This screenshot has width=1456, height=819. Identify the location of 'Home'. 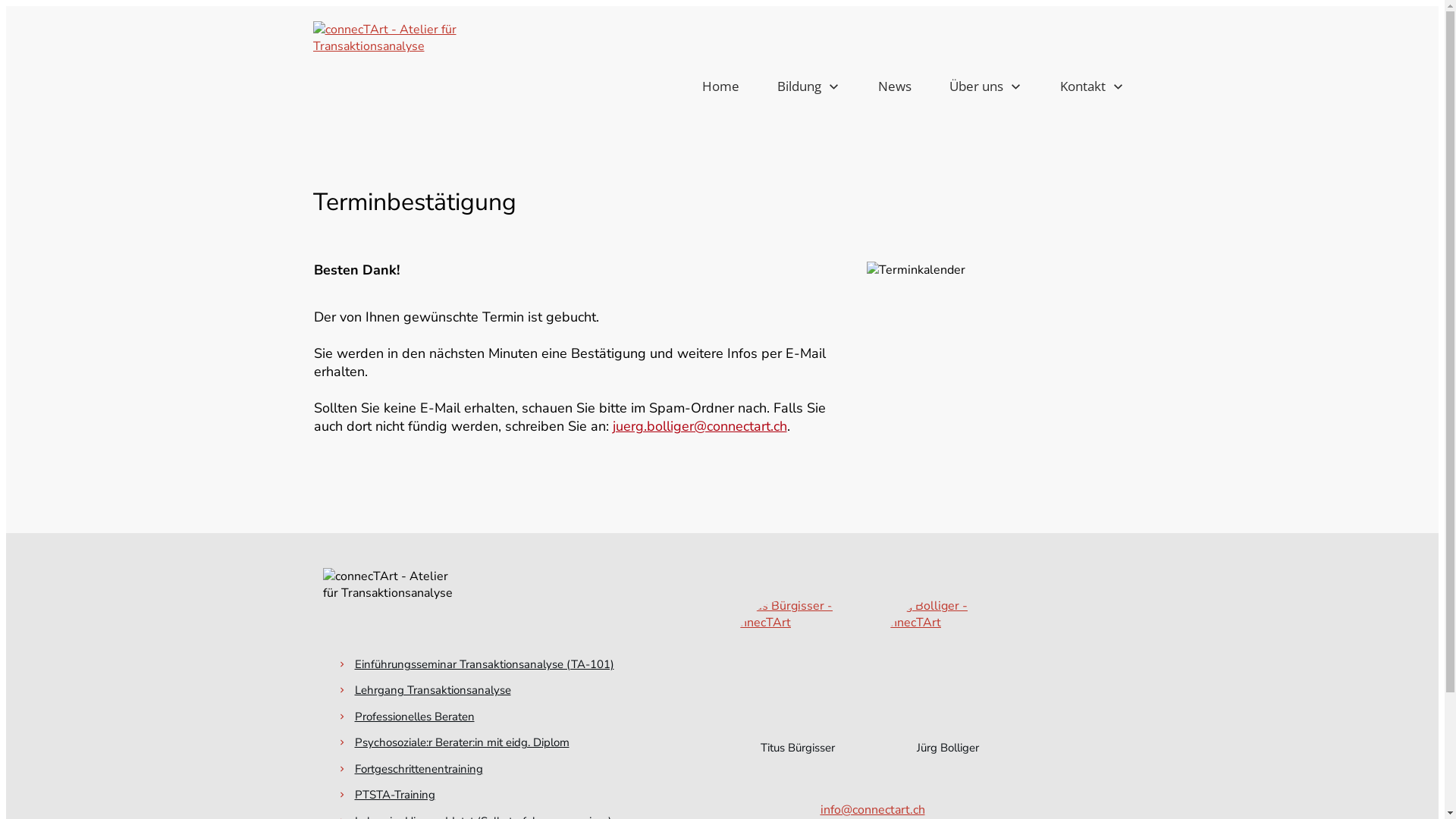
(720, 86).